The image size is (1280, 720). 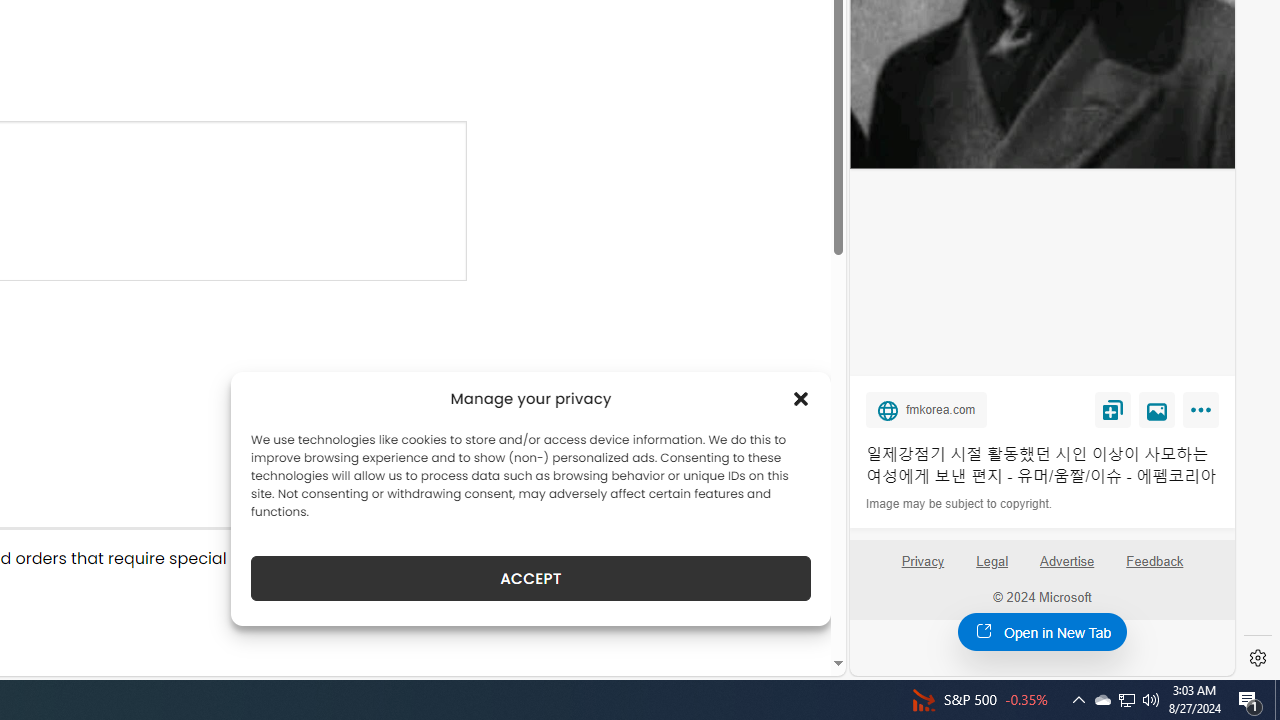 I want to click on 'Open in New Tab', so click(x=1041, y=631).